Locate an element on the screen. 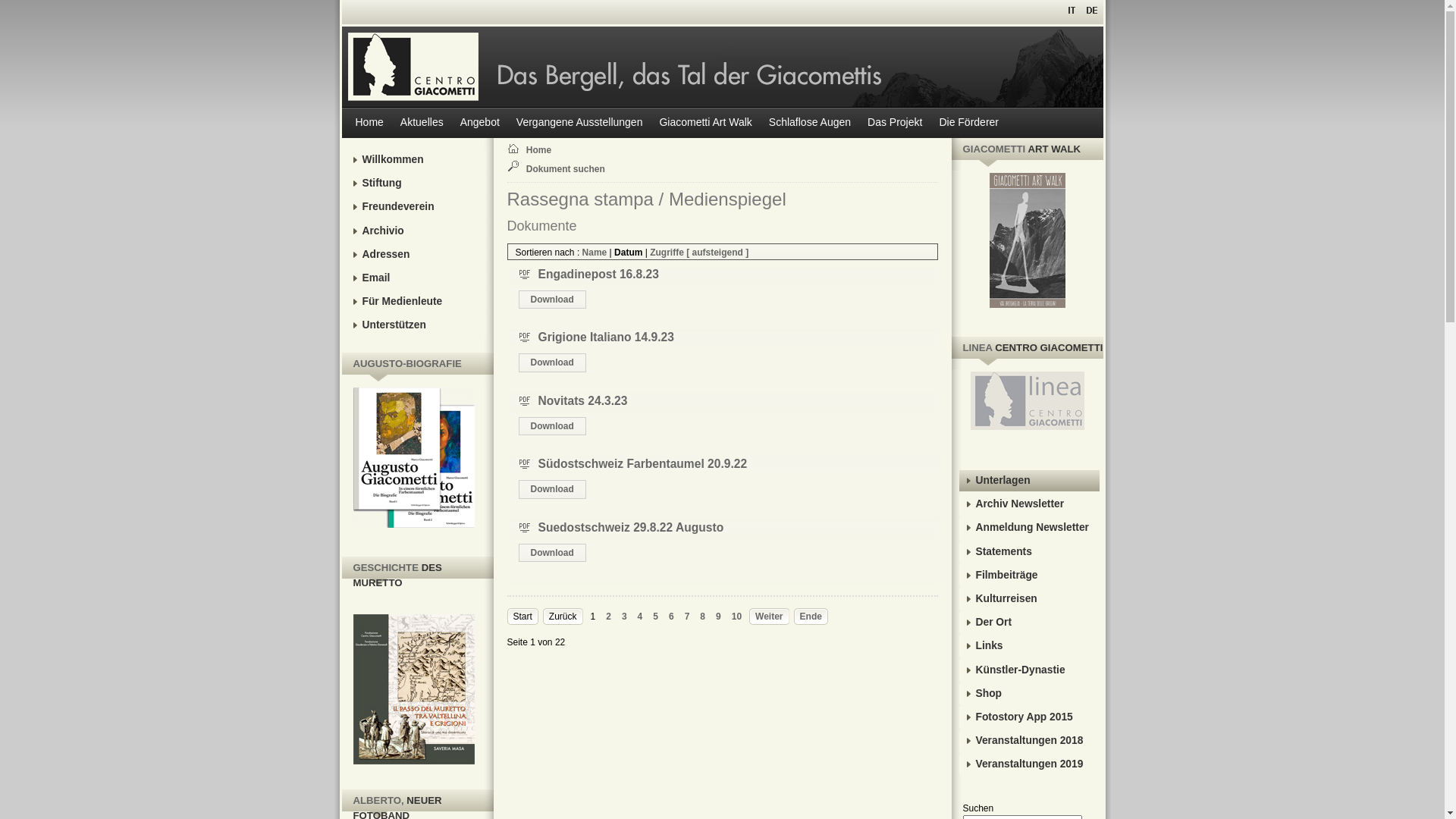  '2' is located at coordinates (608, 617).